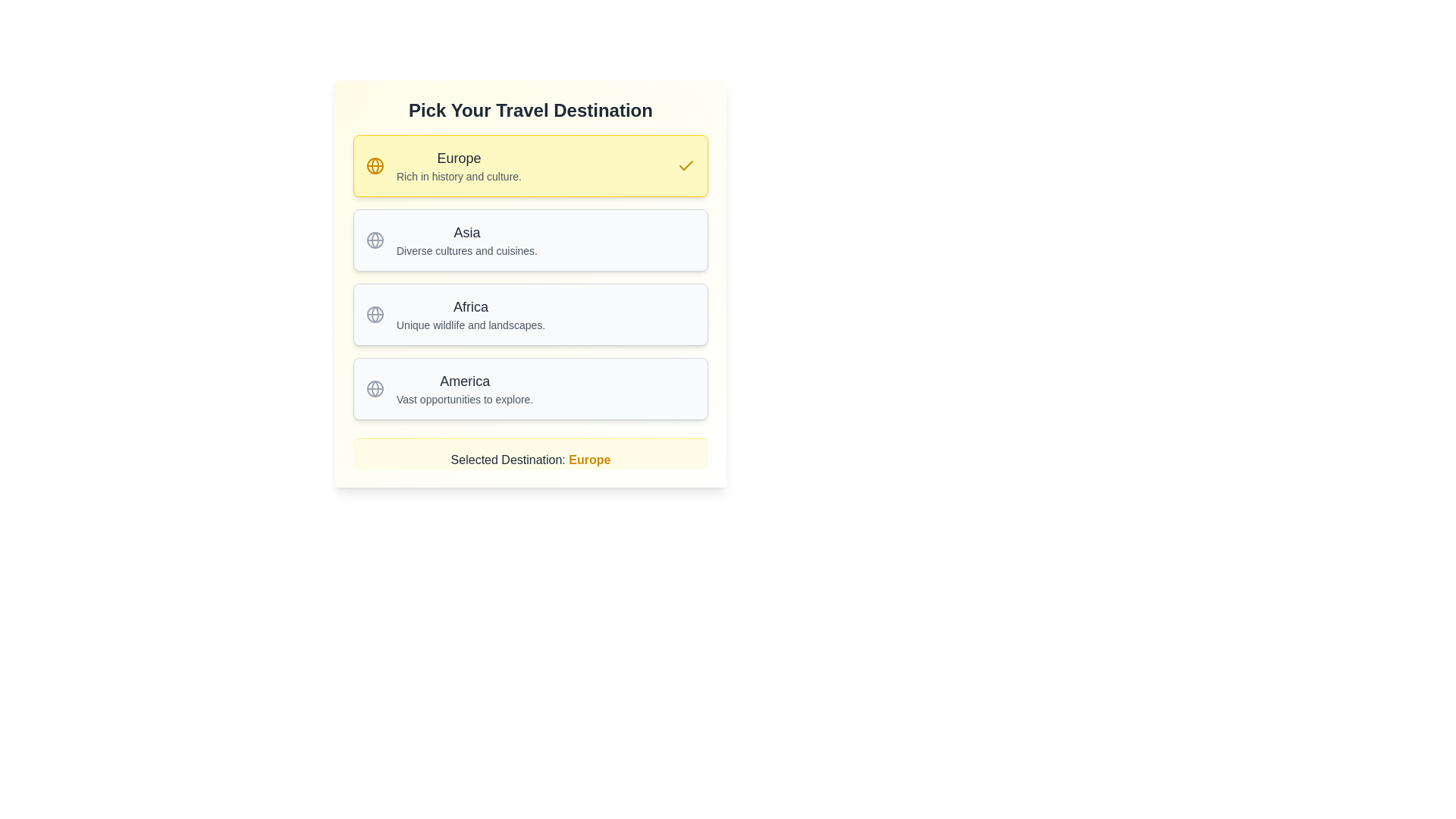 Image resolution: width=1456 pixels, height=819 pixels. What do you see at coordinates (531, 278) in the screenshot?
I see `the list of selectable travel destinations located under the heading 'Pick Your Travel Destination' to set focus on it` at bounding box center [531, 278].